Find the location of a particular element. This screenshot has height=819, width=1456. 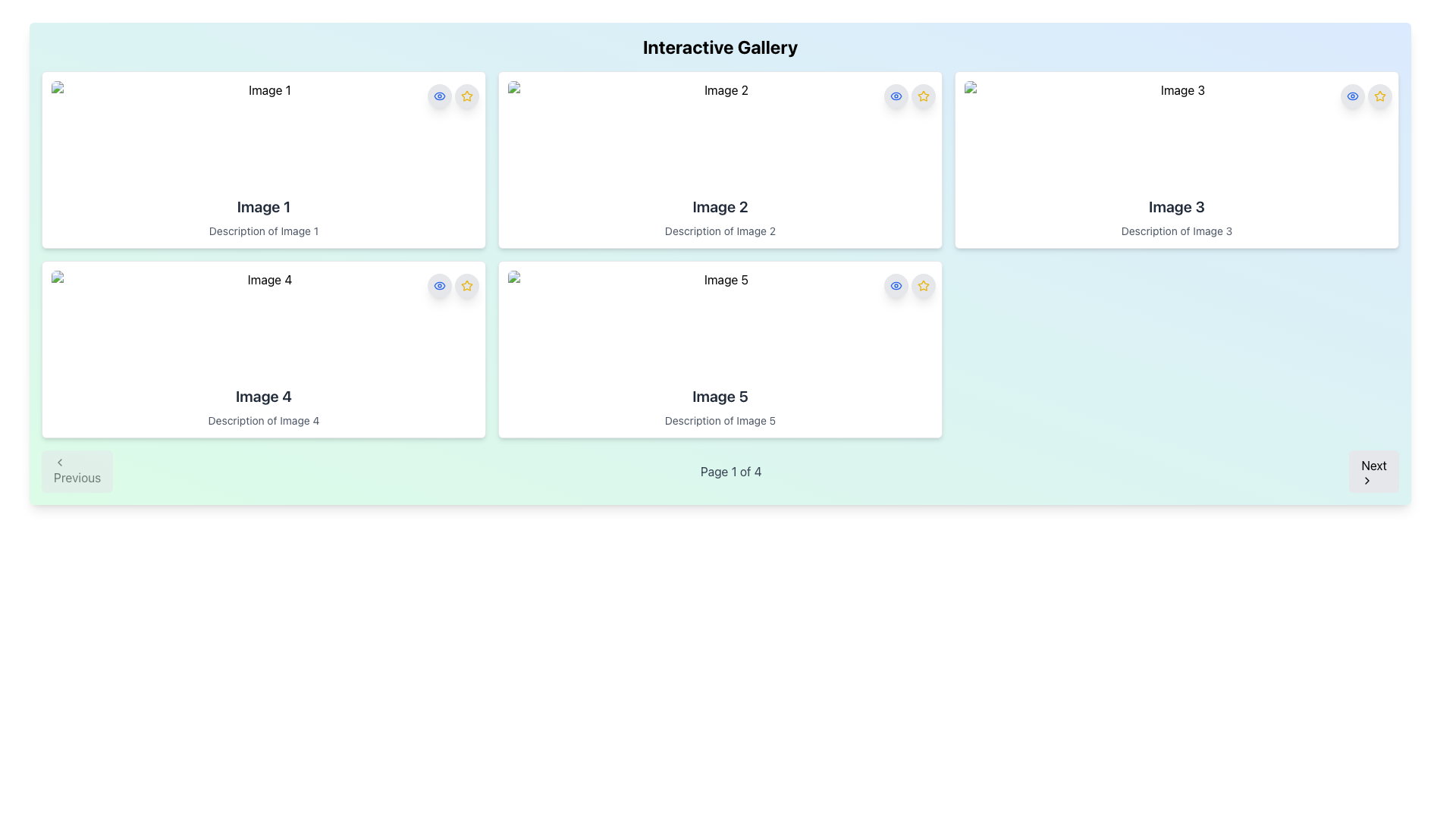

the 'favorite' button with a star icon in the top-right corner of the 'Image 3' card in the interactive gallery is located at coordinates (1379, 96).